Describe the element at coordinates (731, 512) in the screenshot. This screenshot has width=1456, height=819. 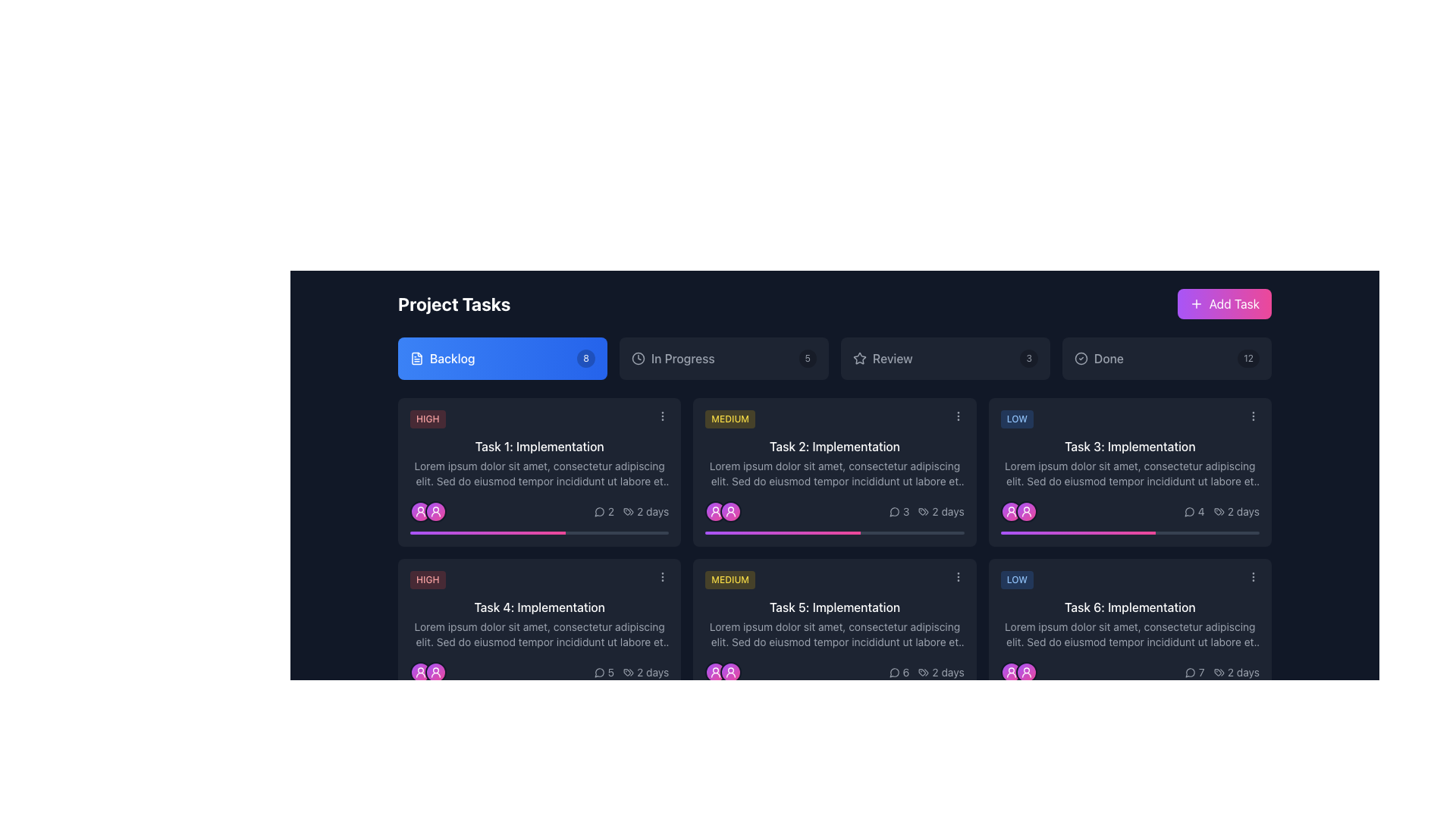
I see `the second user icon button located in the 'Task 2: Implementation' panel` at that location.